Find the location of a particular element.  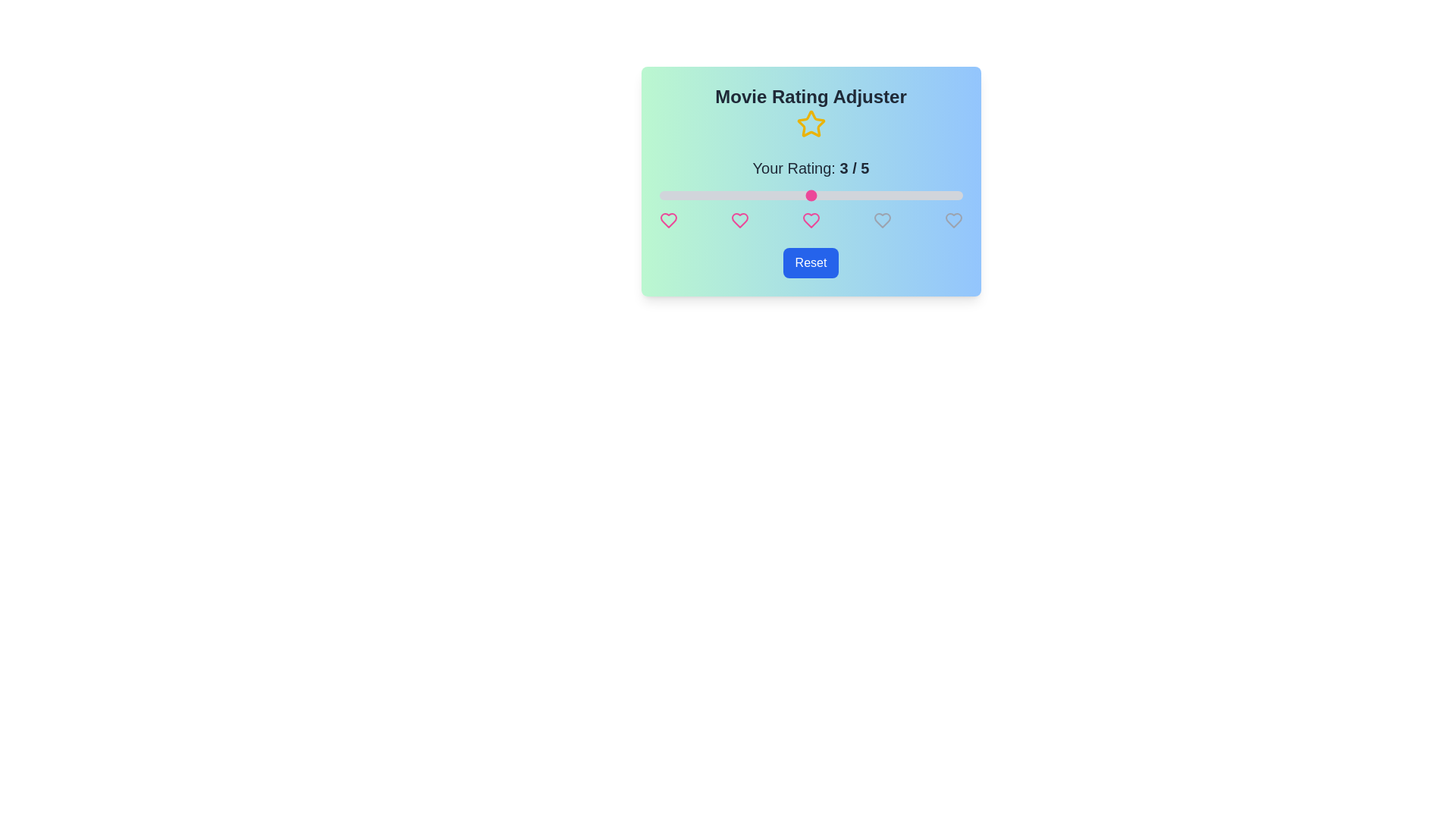

the rating slider to 1 is located at coordinates (659, 195).